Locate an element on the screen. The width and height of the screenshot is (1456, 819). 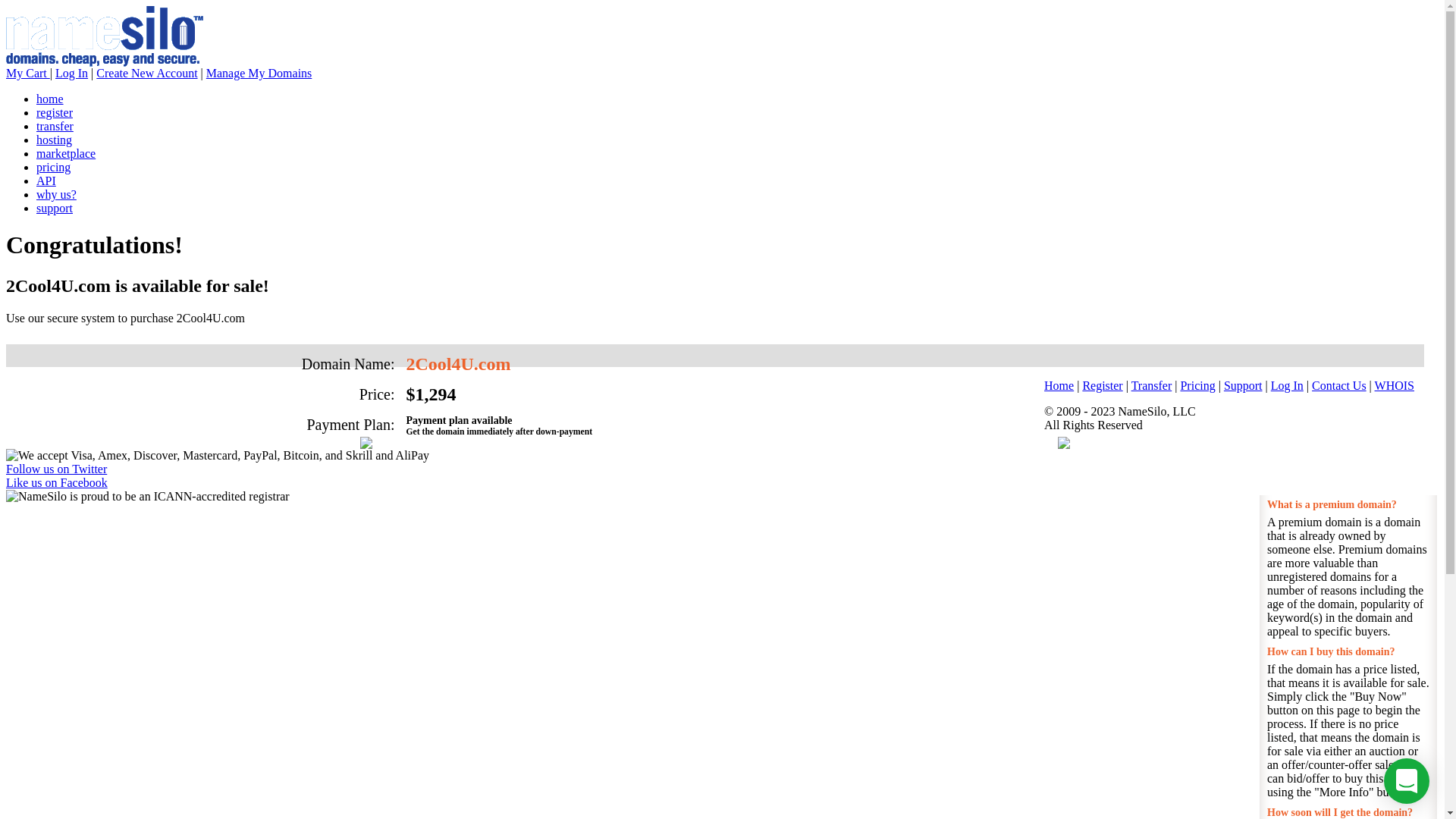
'API' is located at coordinates (46, 180).